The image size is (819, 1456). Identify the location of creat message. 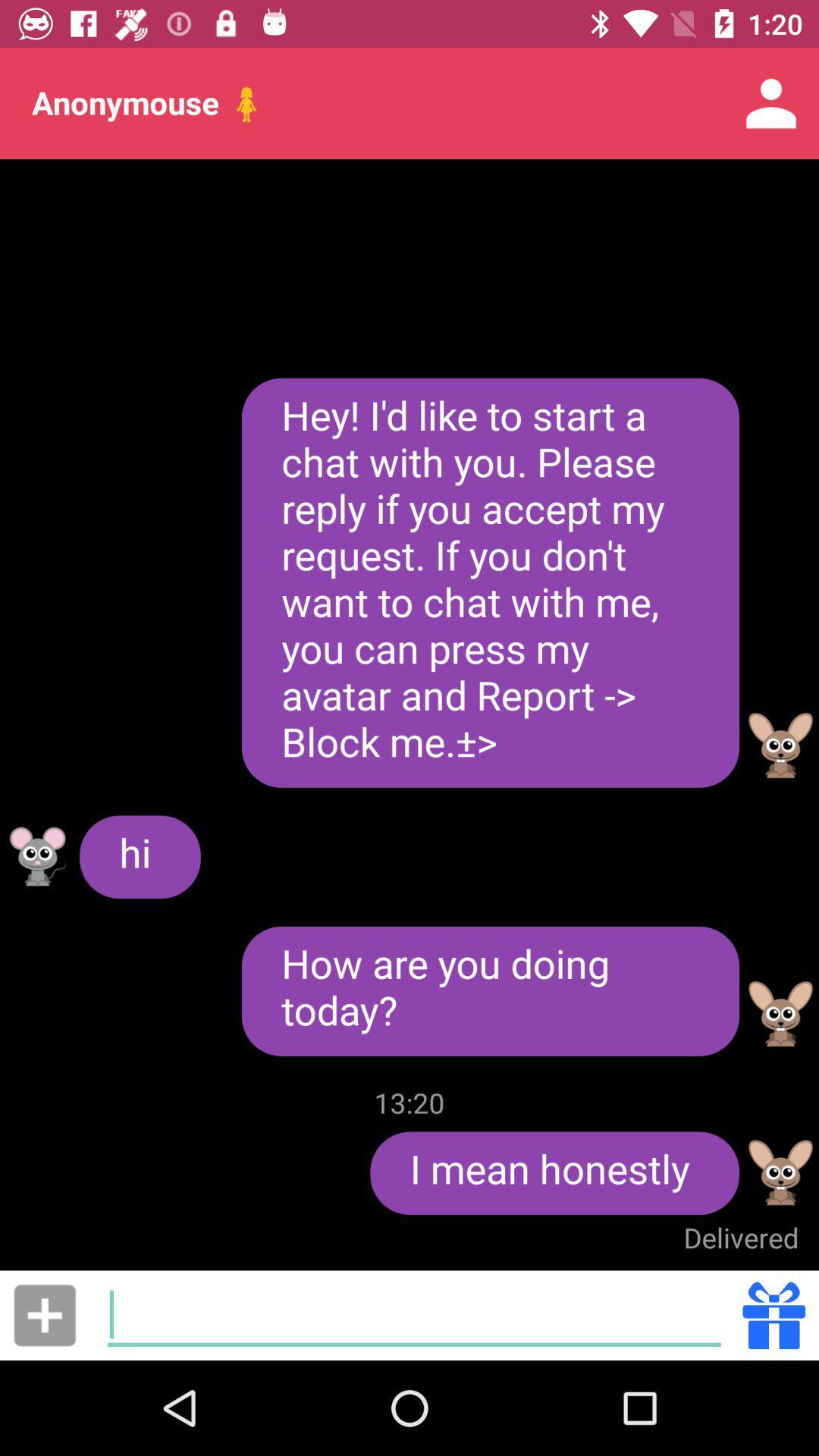
(414, 1314).